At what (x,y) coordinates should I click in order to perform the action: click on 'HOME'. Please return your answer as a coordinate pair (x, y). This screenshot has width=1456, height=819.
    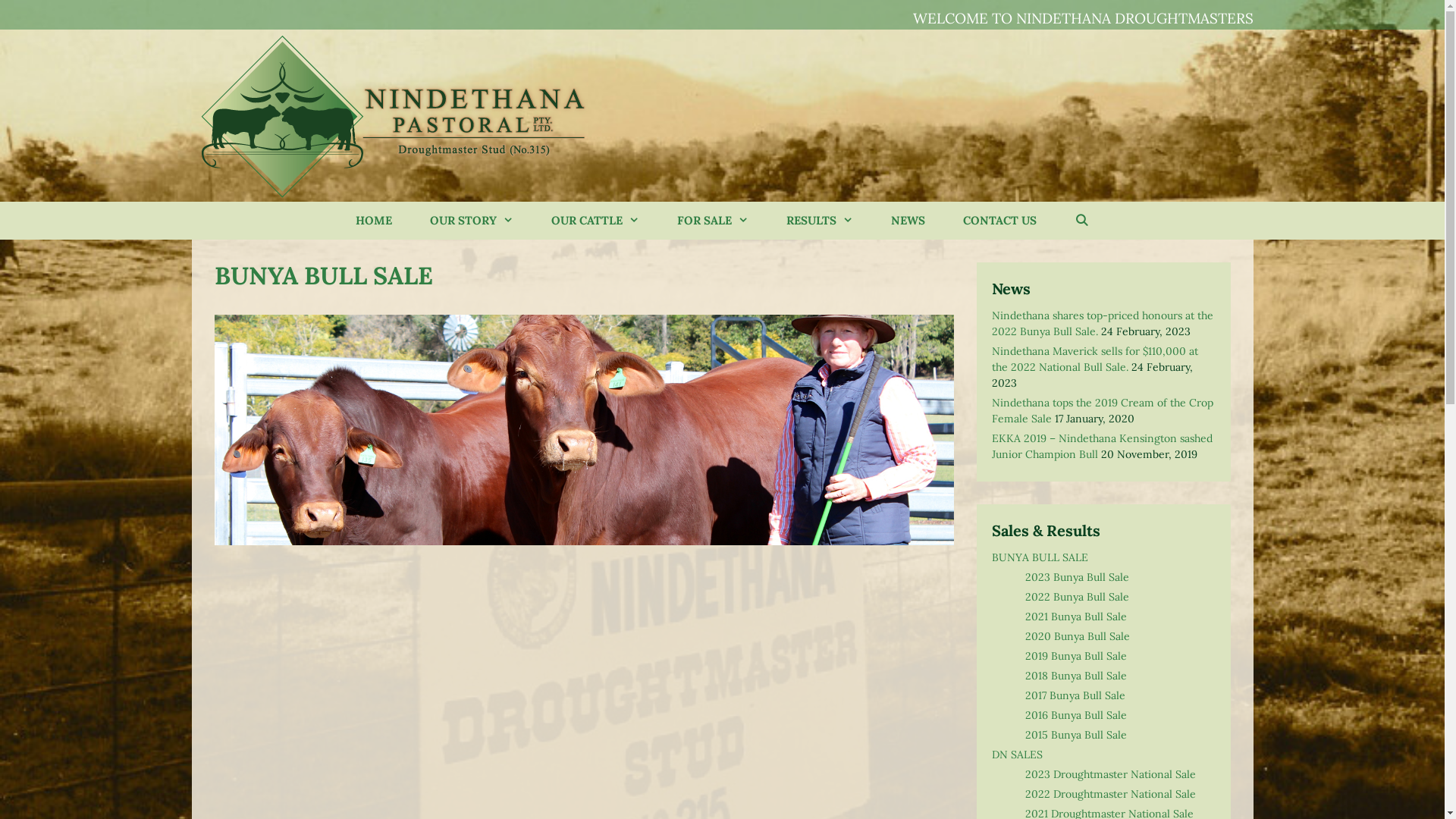
    Looking at the image, I should click on (374, 220).